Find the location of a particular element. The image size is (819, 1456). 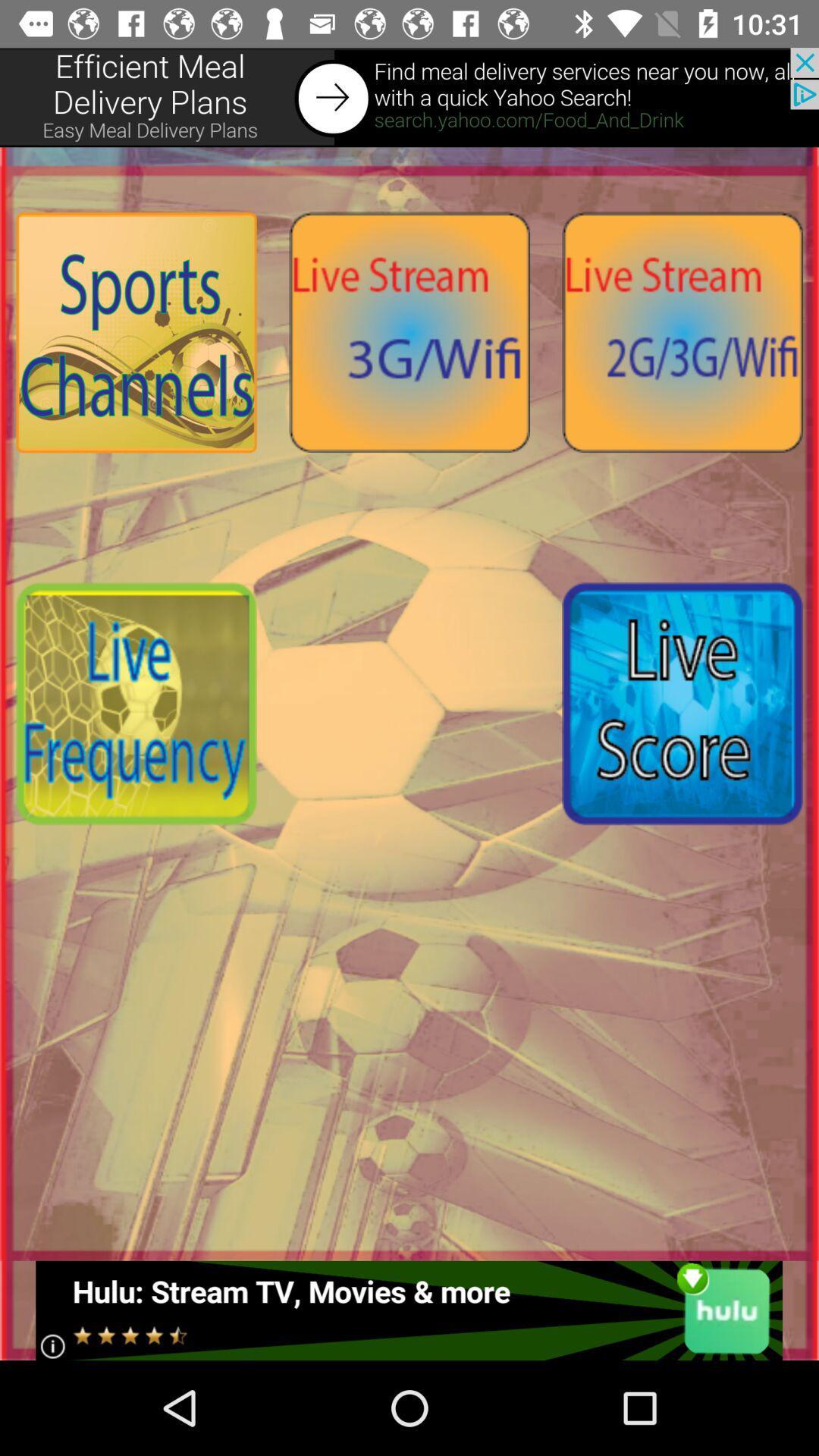

live stream is located at coordinates (681, 331).